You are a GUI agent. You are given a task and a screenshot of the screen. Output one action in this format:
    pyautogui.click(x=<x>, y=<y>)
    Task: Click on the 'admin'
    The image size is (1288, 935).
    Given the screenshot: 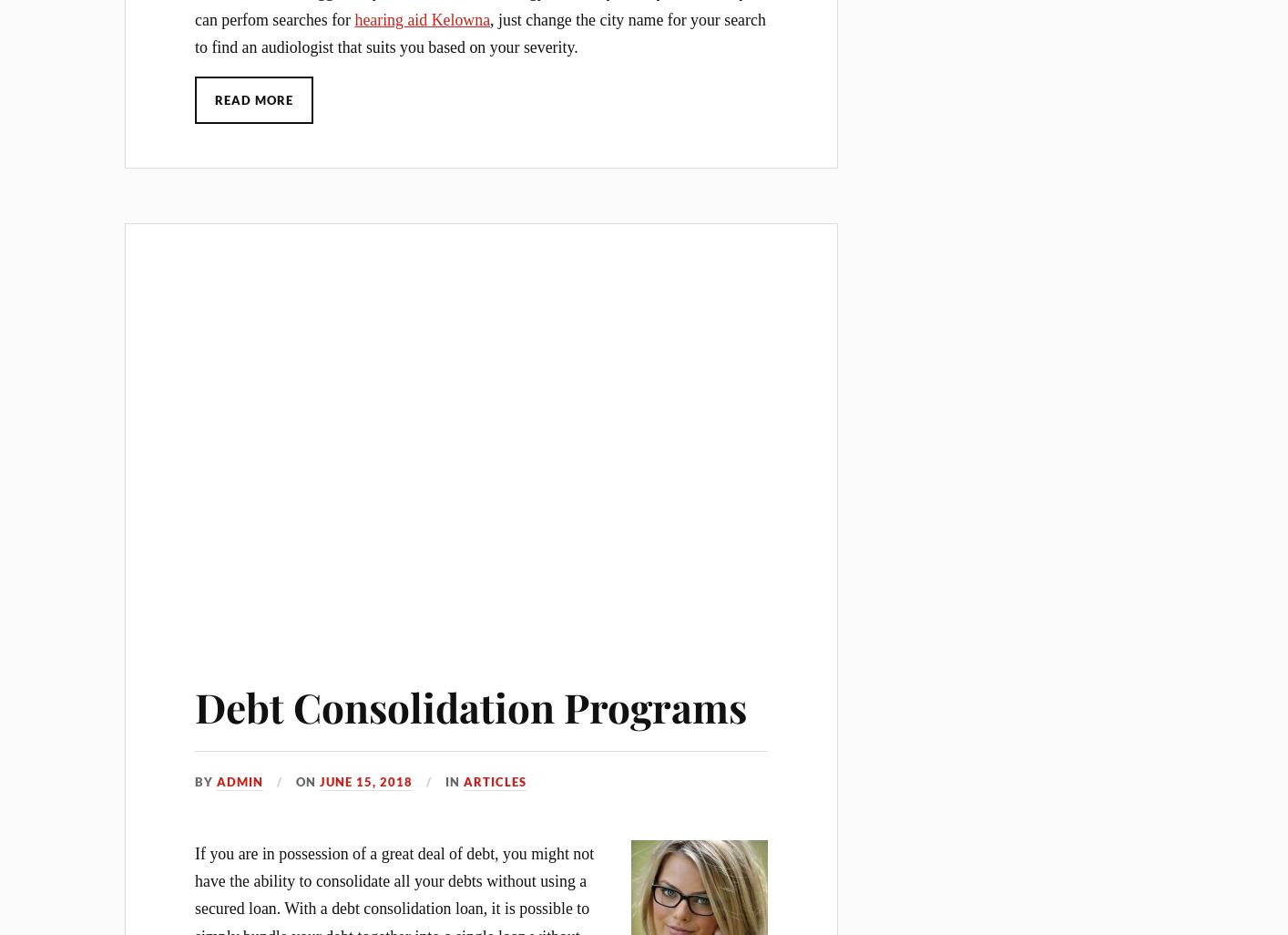 What is the action you would take?
    pyautogui.click(x=240, y=782)
    